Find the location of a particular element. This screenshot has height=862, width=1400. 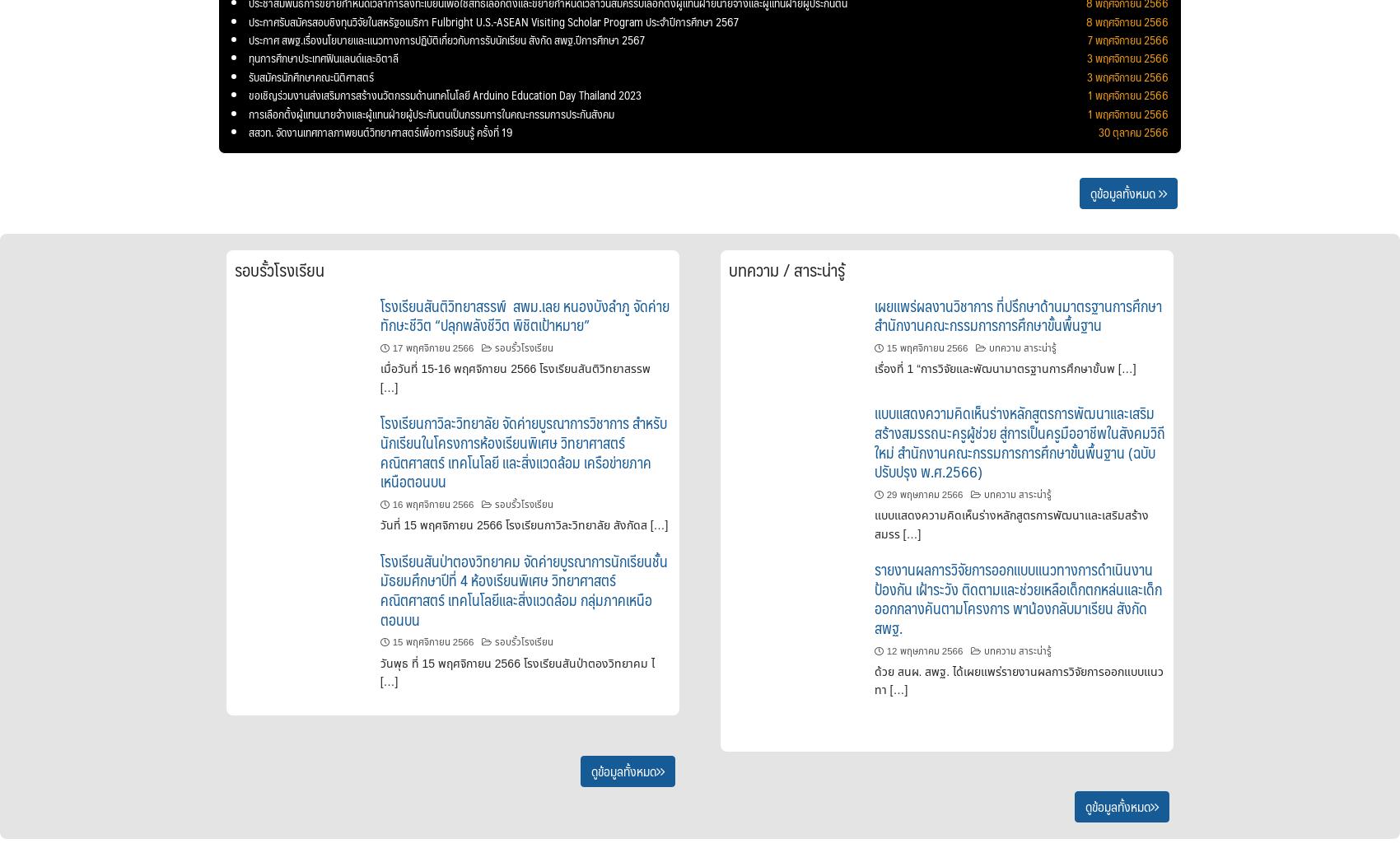

'8 พฤศจิกายน 2566' is located at coordinates (1086, 20).